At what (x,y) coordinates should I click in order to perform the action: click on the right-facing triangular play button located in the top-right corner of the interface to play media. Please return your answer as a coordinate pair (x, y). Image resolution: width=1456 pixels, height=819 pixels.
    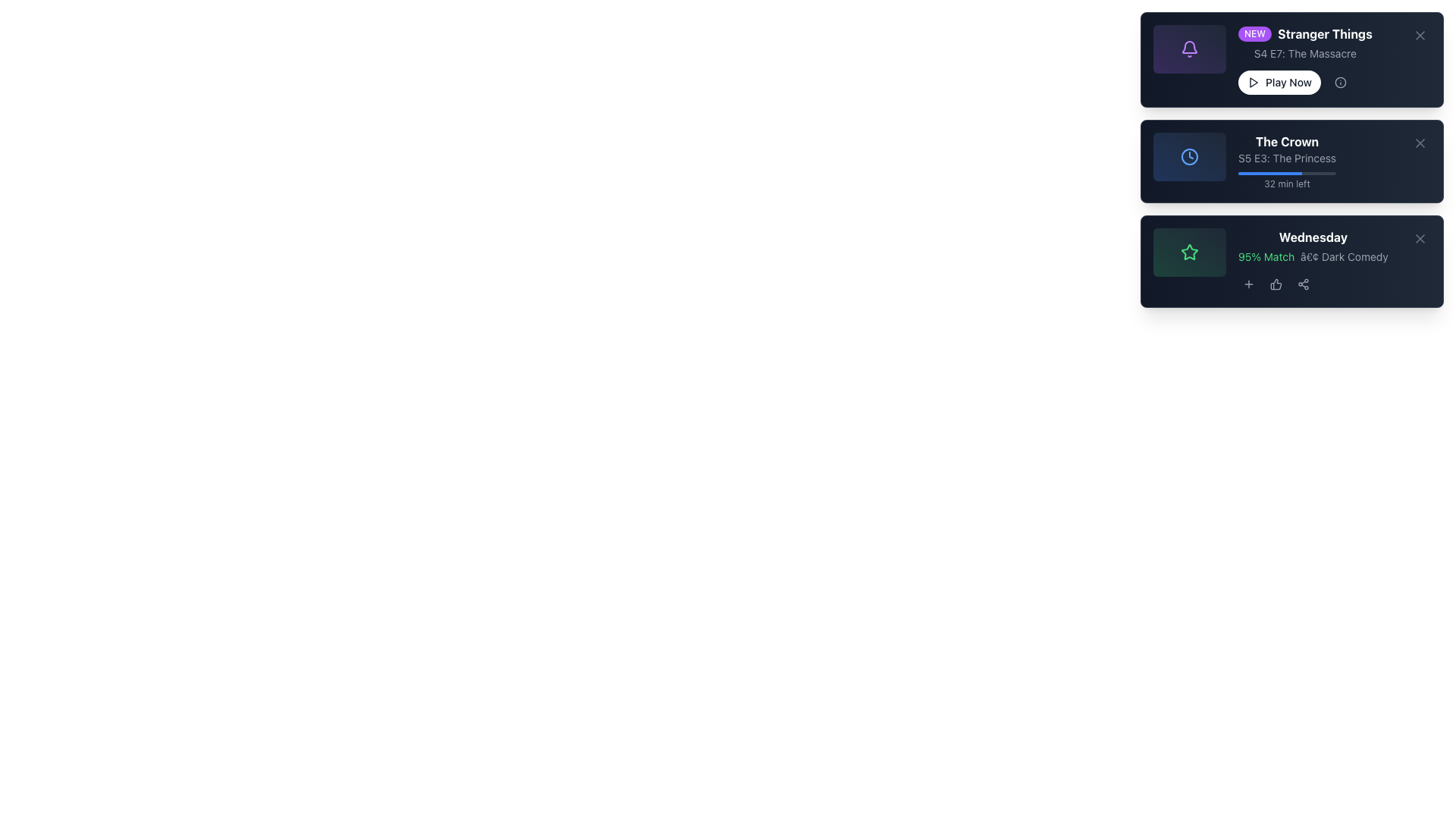
    Looking at the image, I should click on (1253, 82).